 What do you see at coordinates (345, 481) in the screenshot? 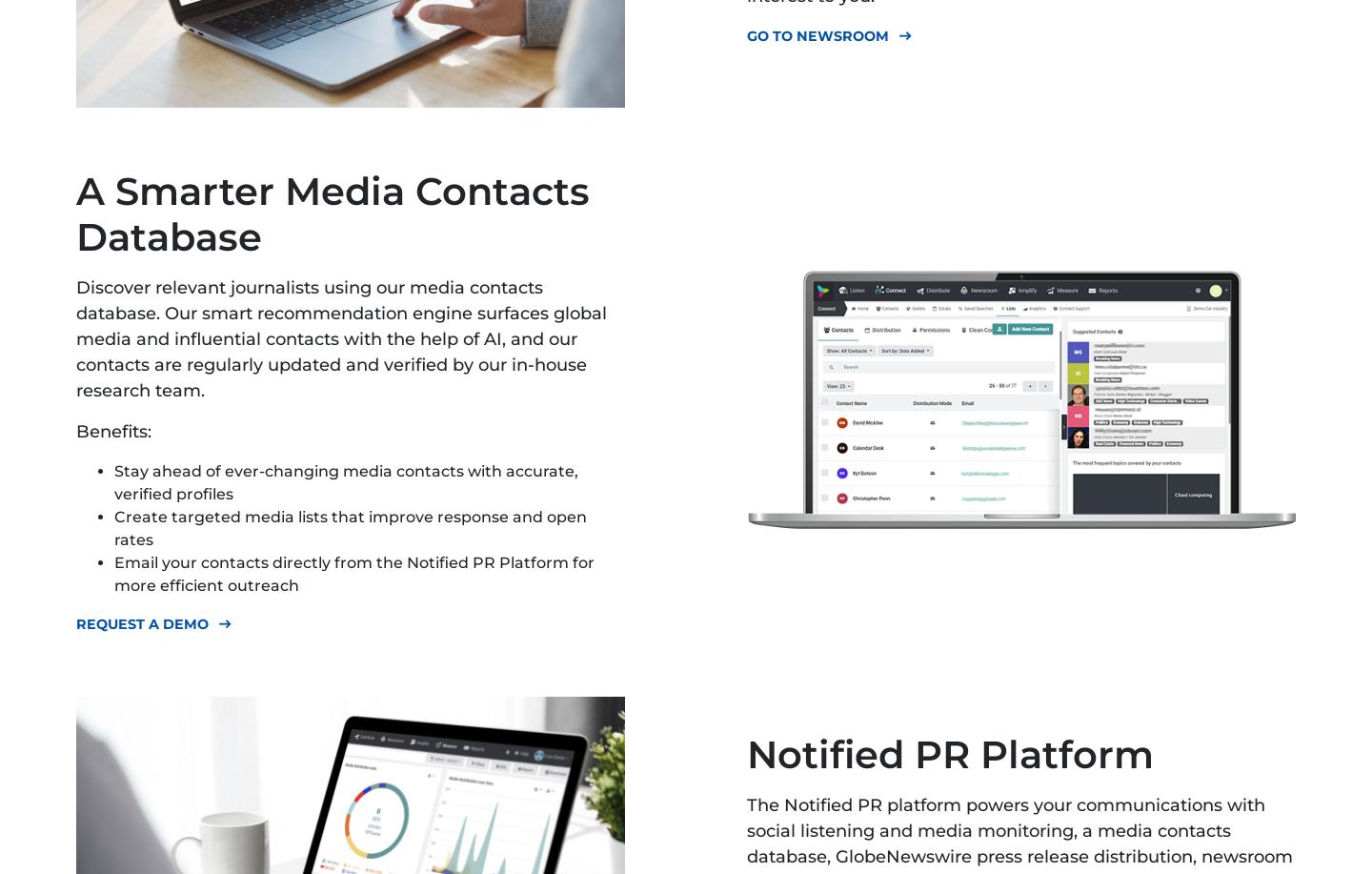
I see `'Stay ahead of ever-changing media contacts with accurate, verified profiles'` at bounding box center [345, 481].